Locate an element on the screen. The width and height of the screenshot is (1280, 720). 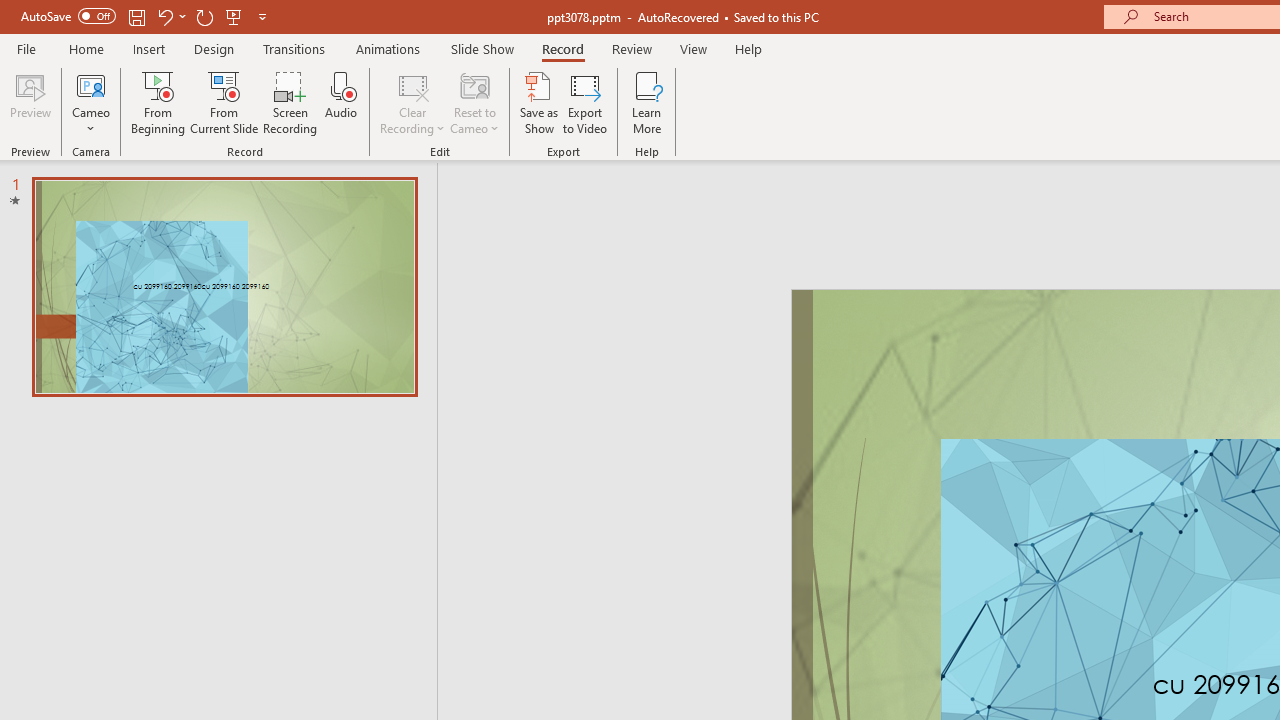
'Insert' is located at coordinates (148, 48).